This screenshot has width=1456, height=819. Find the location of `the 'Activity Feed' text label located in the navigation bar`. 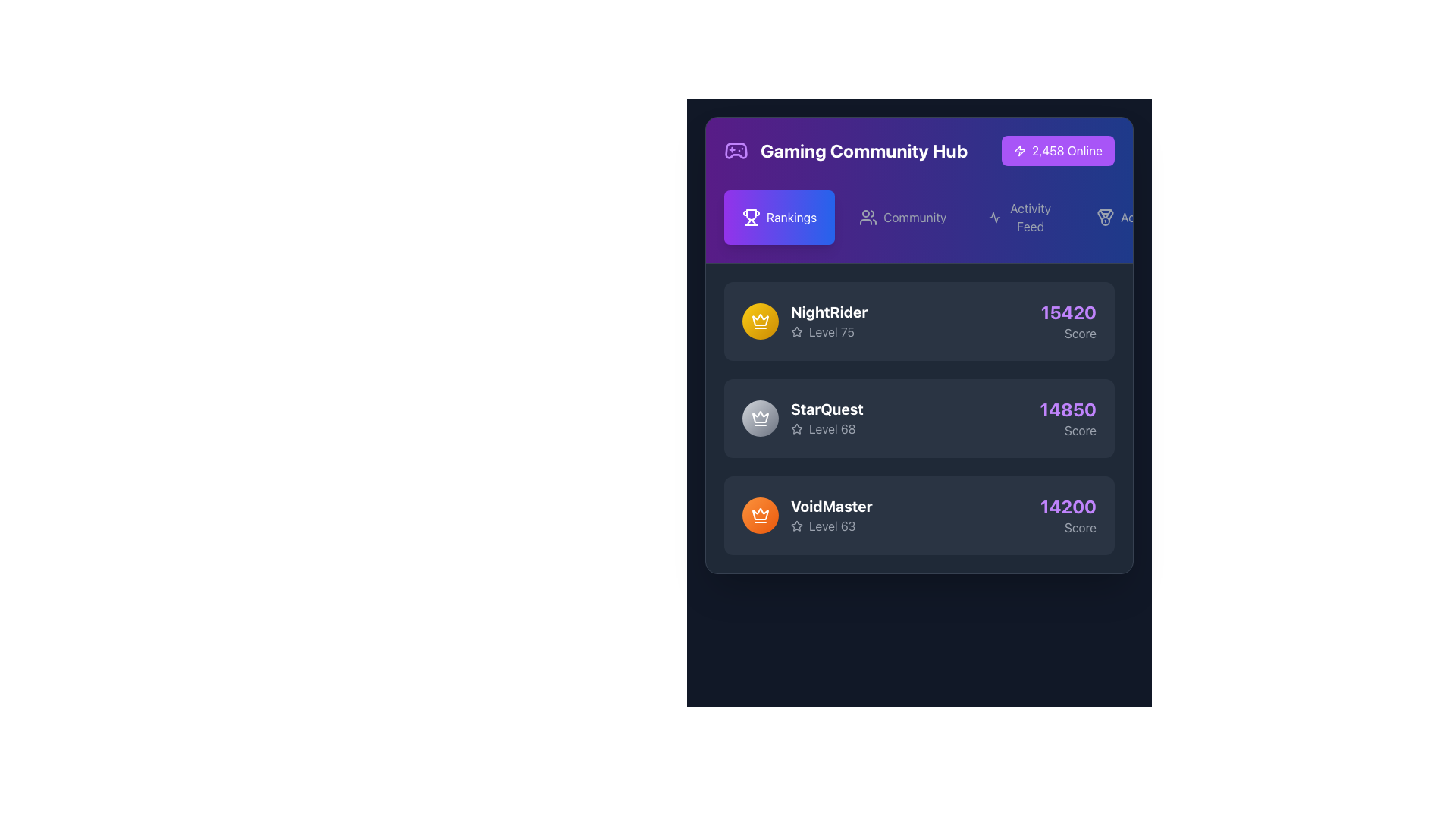

the 'Activity Feed' text label located in the navigation bar is located at coordinates (1030, 217).